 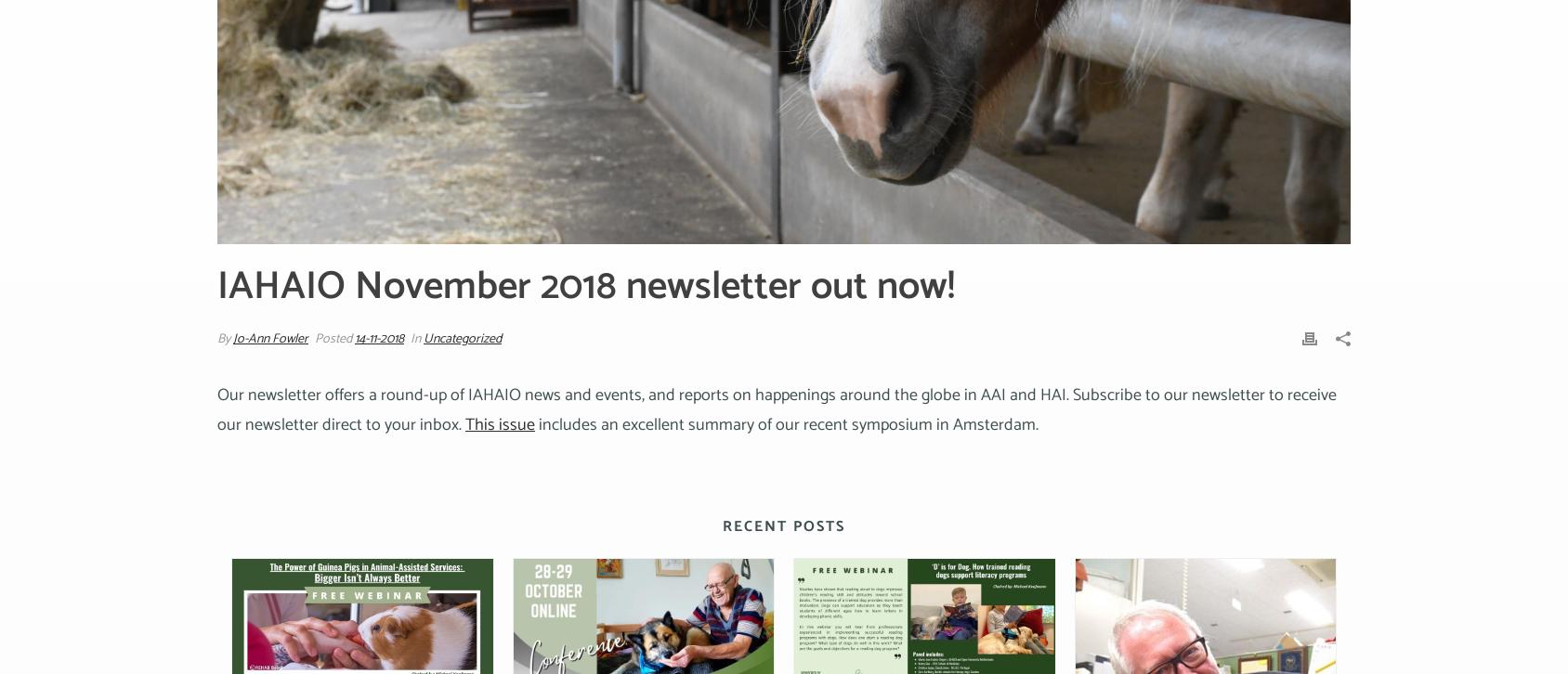 I want to click on 'By', so click(x=224, y=339).